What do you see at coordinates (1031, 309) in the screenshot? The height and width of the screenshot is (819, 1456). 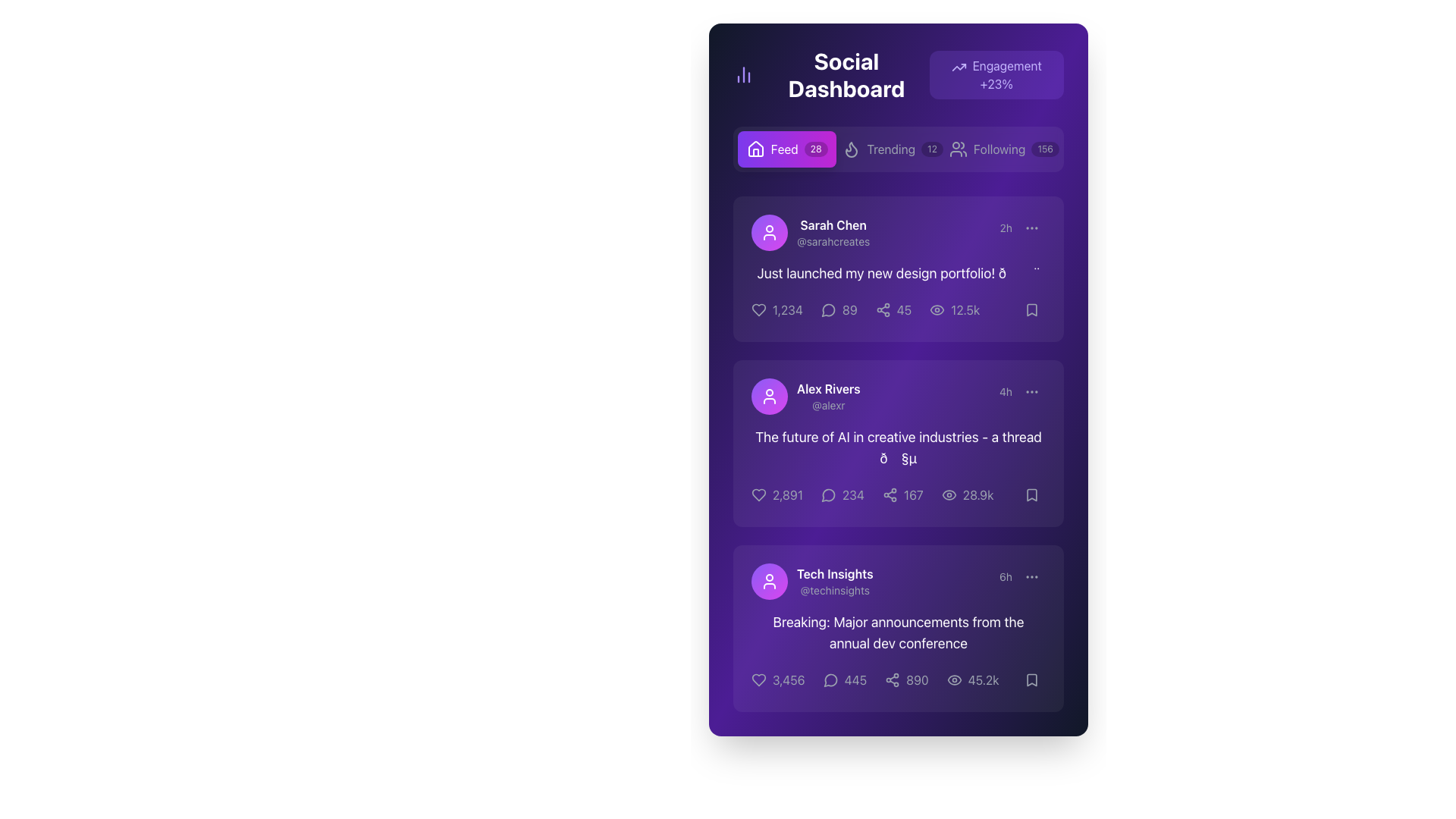 I see `the bookmark button, which is a minimalist icon with a purple background located in the top post card of the feed section, near the bottom-right corner adjacent` at bounding box center [1031, 309].